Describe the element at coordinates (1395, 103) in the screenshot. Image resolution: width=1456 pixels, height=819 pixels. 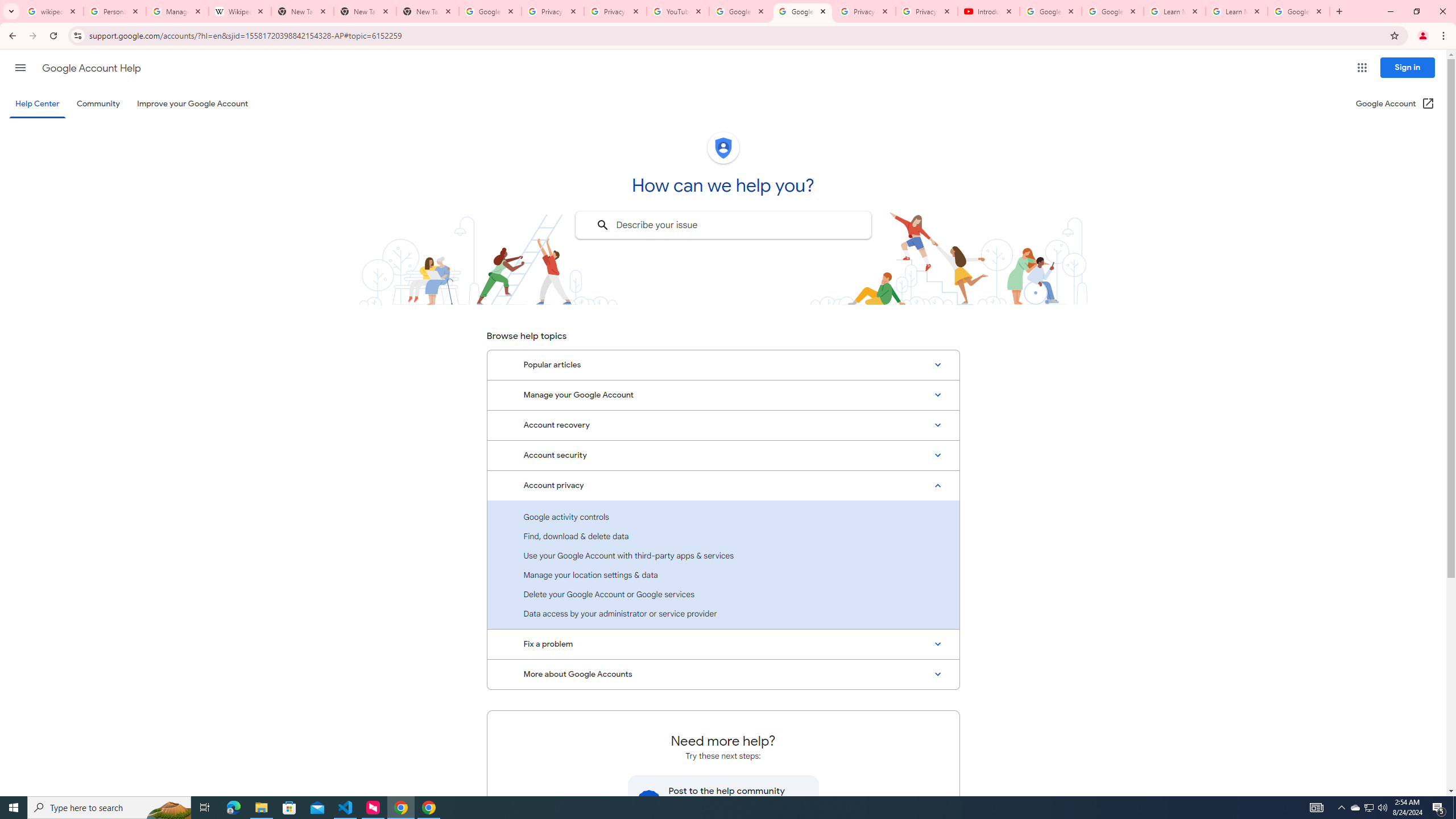
I see `'Google Account (Open in a new window)'` at that location.